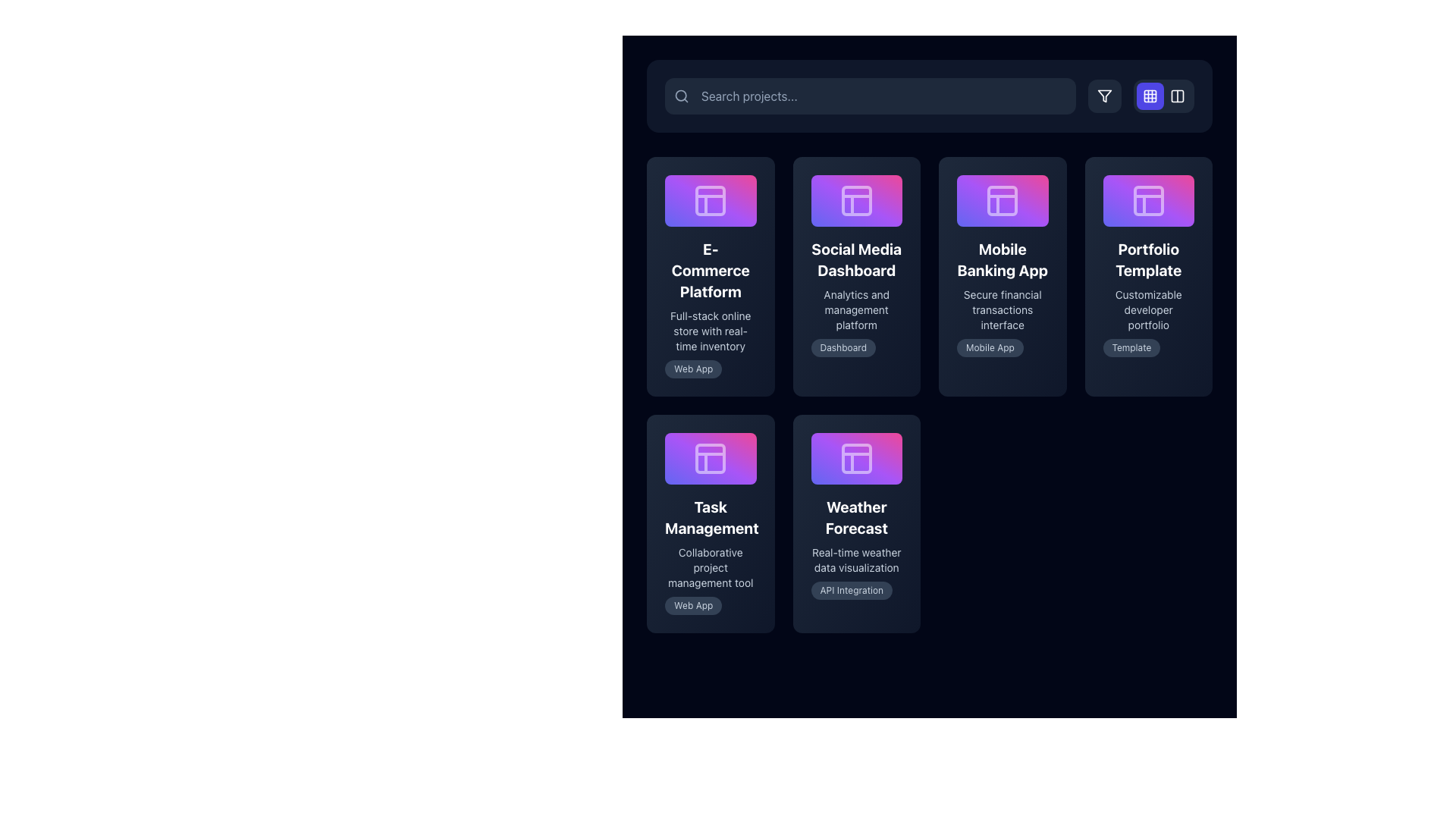 The width and height of the screenshot is (1456, 819). What do you see at coordinates (710, 330) in the screenshot?
I see `the text label that reads 'Full-stack online store with real-time inventory.' It is styled in a dim gray color and is positioned between the heading 'E-Commerce Platform' and the label 'Web App.'` at bounding box center [710, 330].